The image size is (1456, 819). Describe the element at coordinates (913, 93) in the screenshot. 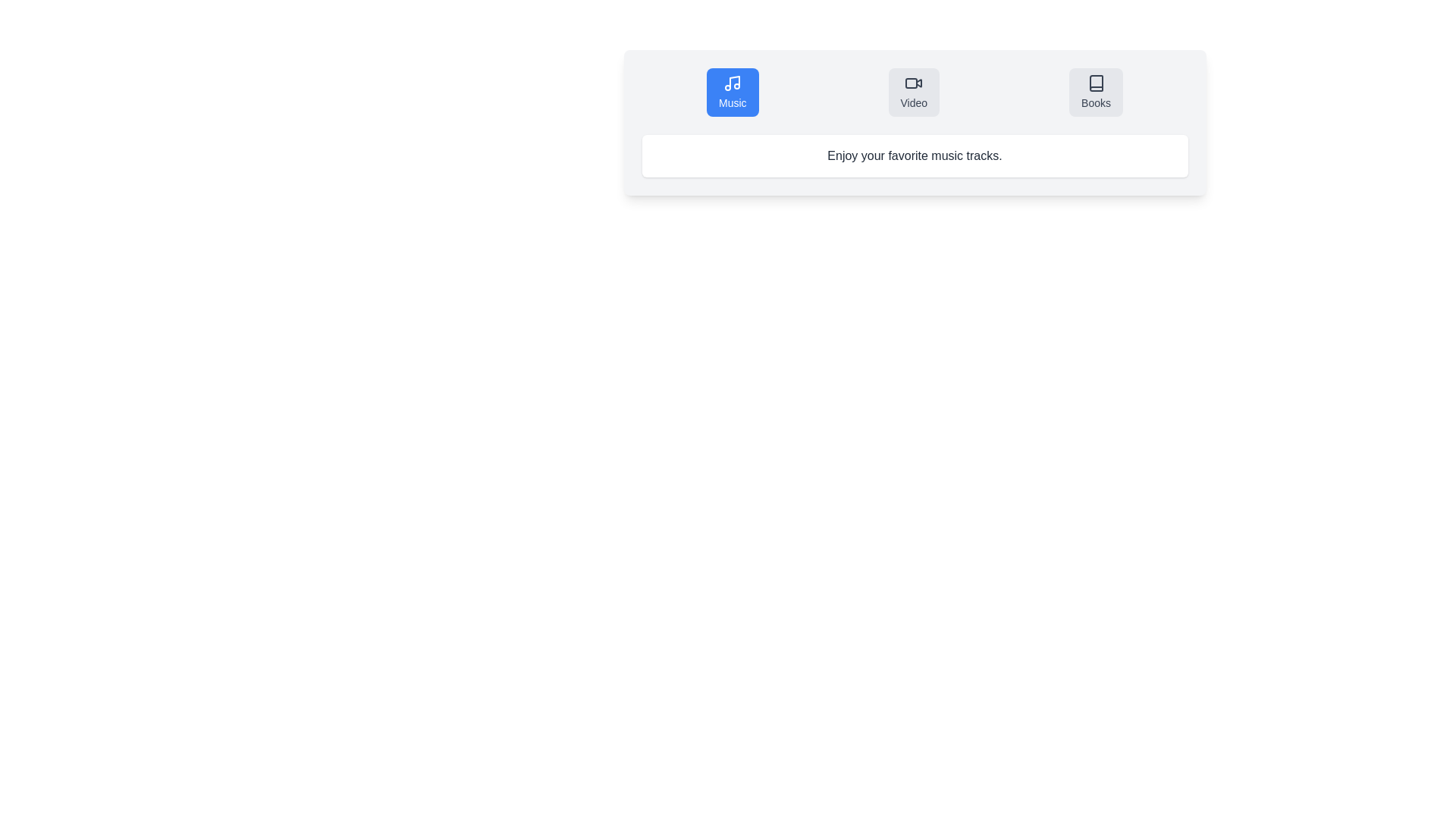

I see `the 'Video' button, which is a rectangular button with rounded corners featuring a video camera icon and dark gray text on a light gray background that turns blue when interactive` at that location.